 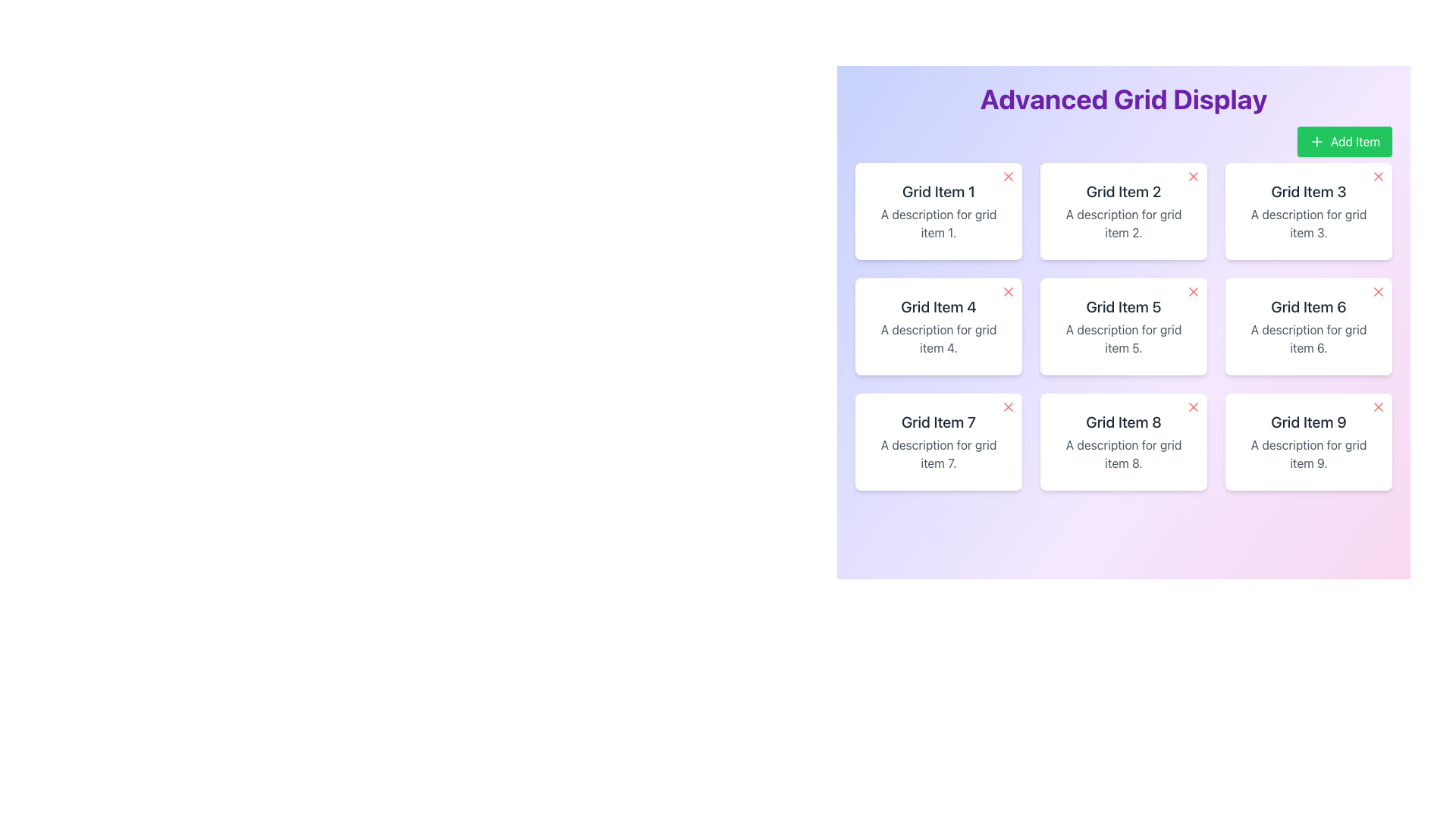 What do you see at coordinates (1308, 422) in the screenshot?
I see `context of the text label reading 'Grid Item 9' located in the bottom-right card of a 3x3 grid layout` at bounding box center [1308, 422].